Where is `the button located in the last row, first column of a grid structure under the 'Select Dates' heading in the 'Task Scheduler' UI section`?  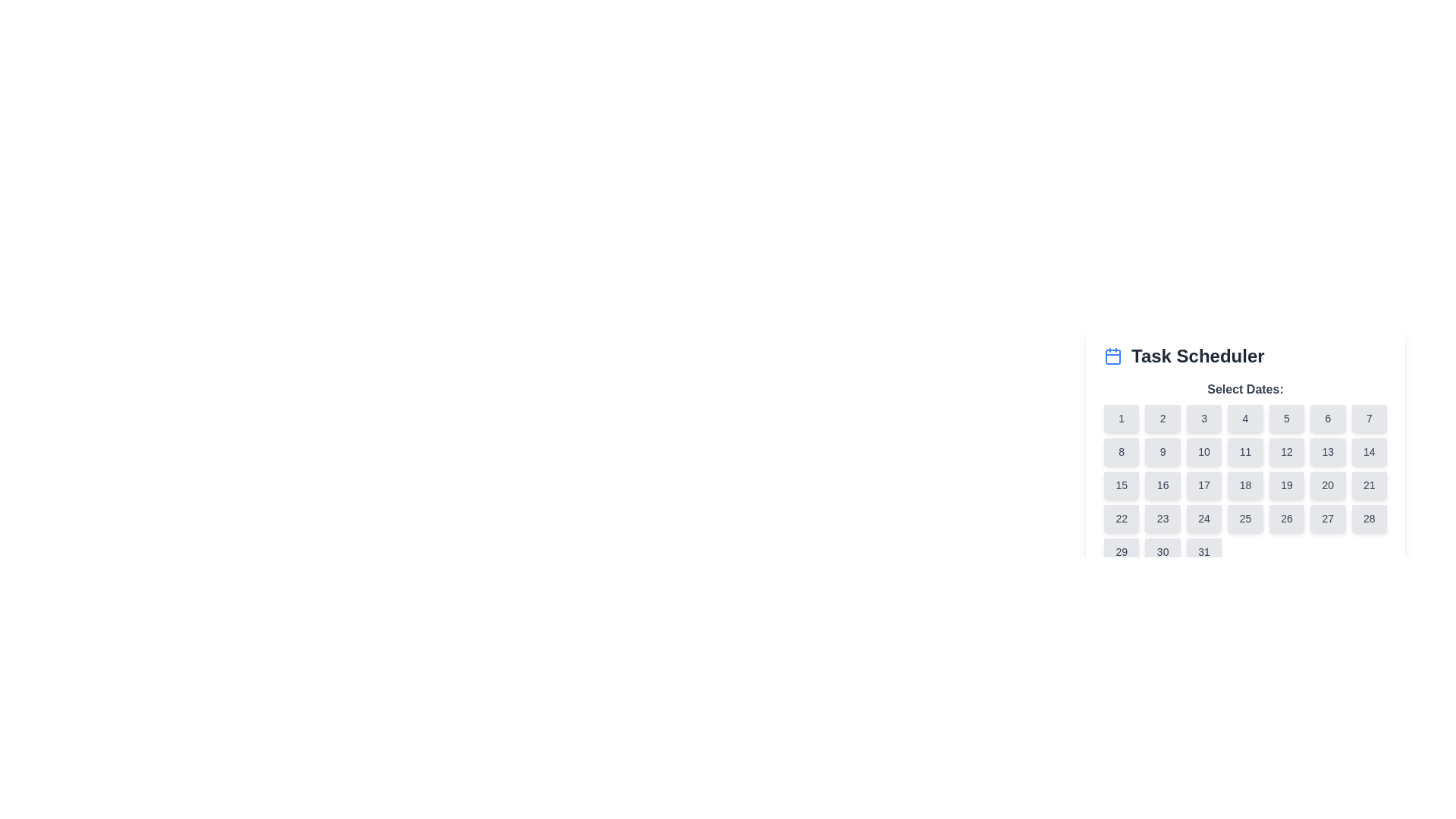
the button located in the last row, first column of a grid structure under the 'Select Dates' heading in the 'Task Scheduler' UI section is located at coordinates (1122, 552).